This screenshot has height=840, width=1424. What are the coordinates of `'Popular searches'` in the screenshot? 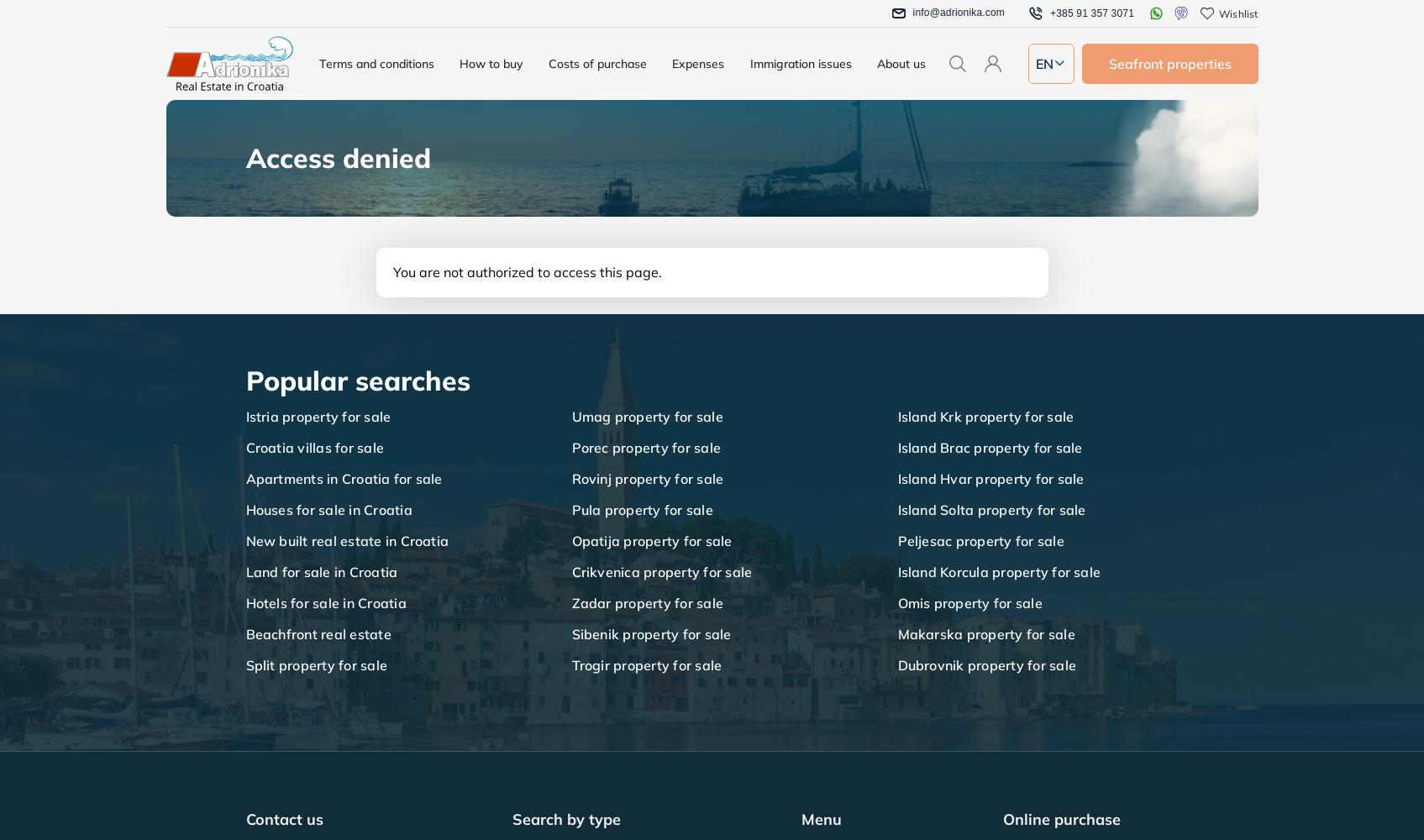 It's located at (357, 380).